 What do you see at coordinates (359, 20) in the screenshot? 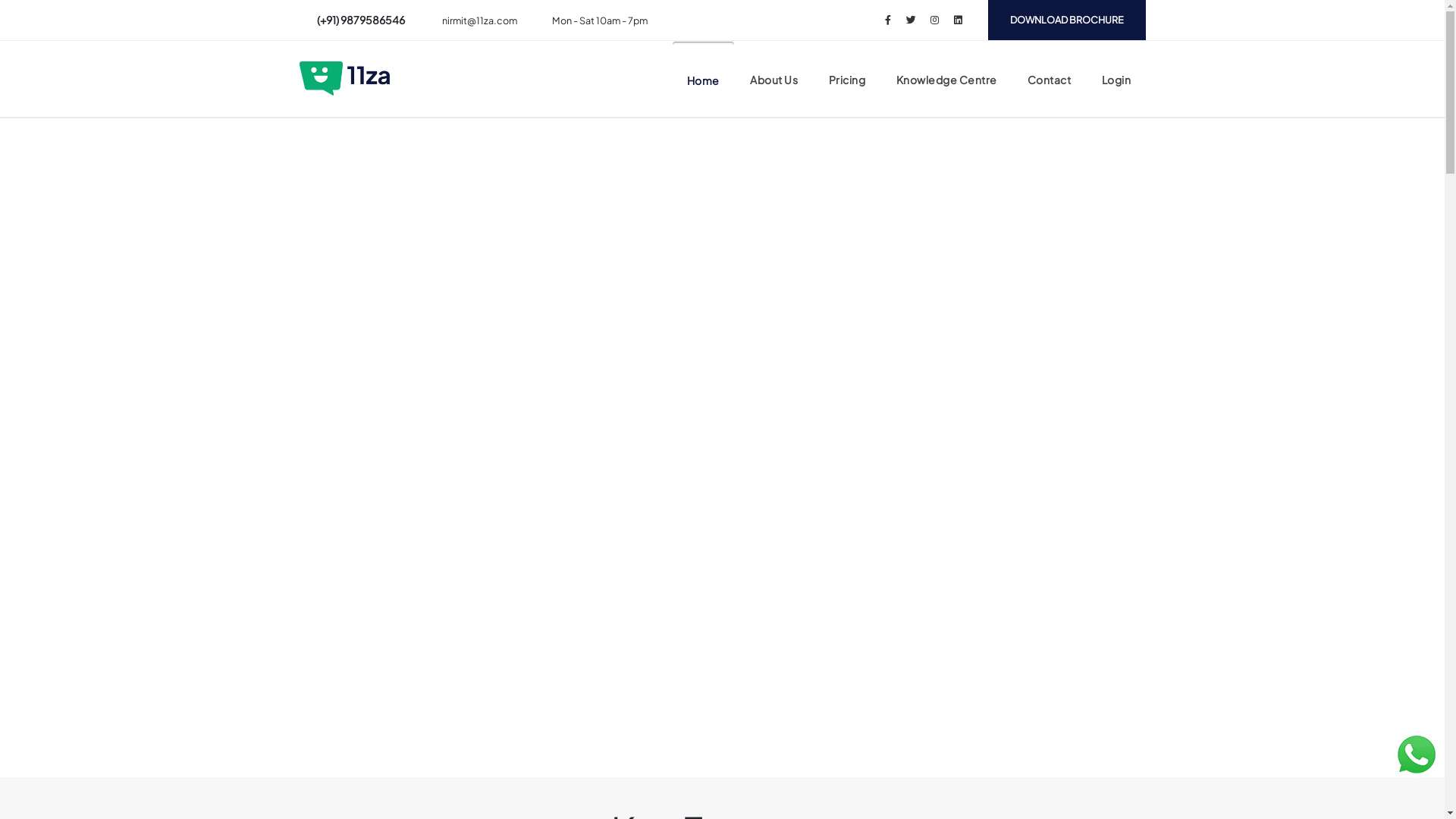
I see `'(+91) 9879586546'` at bounding box center [359, 20].